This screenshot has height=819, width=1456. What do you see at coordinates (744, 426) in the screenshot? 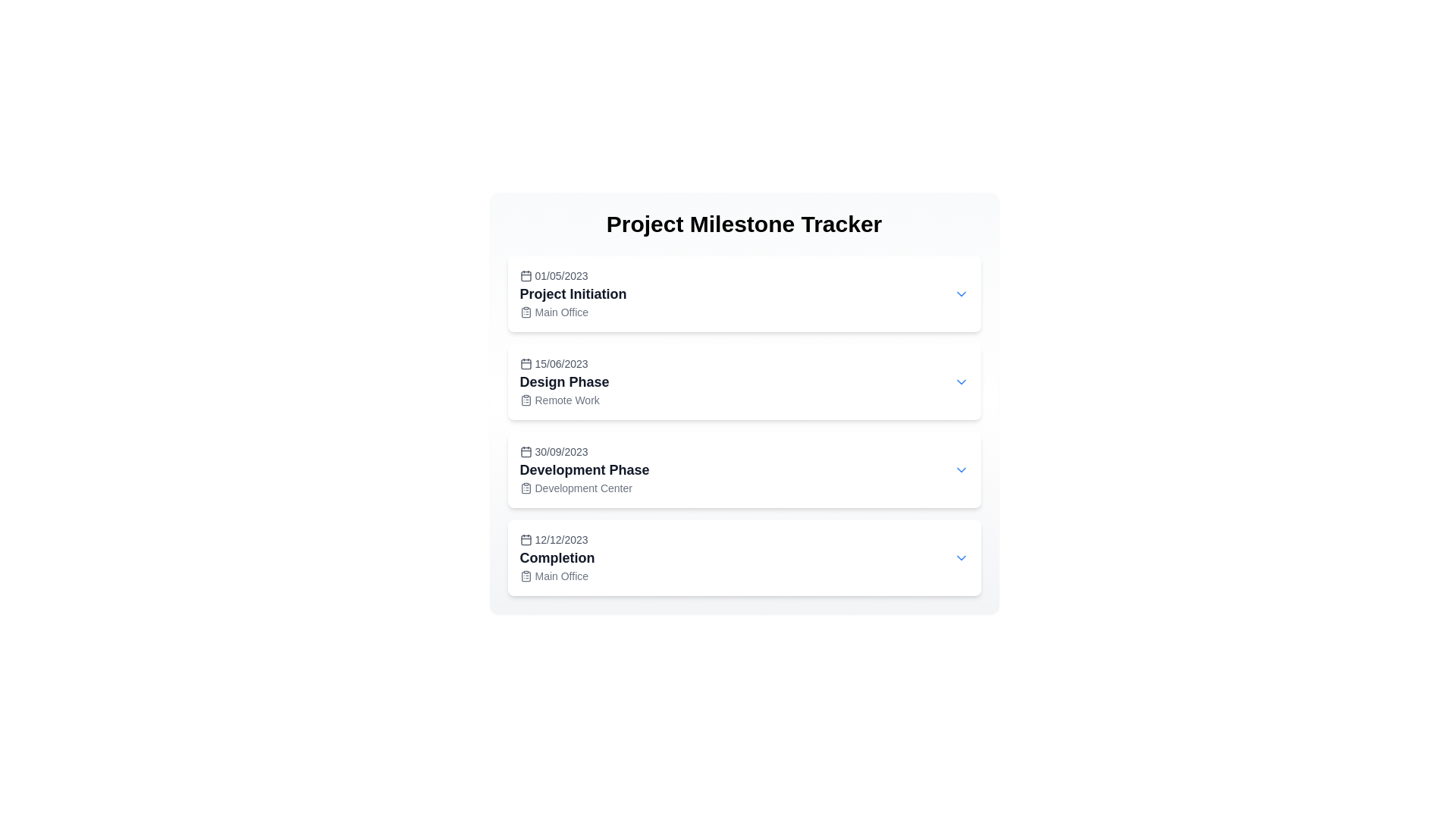
I see `the third Card component in the 'Project Milestone Tracker' section` at bounding box center [744, 426].